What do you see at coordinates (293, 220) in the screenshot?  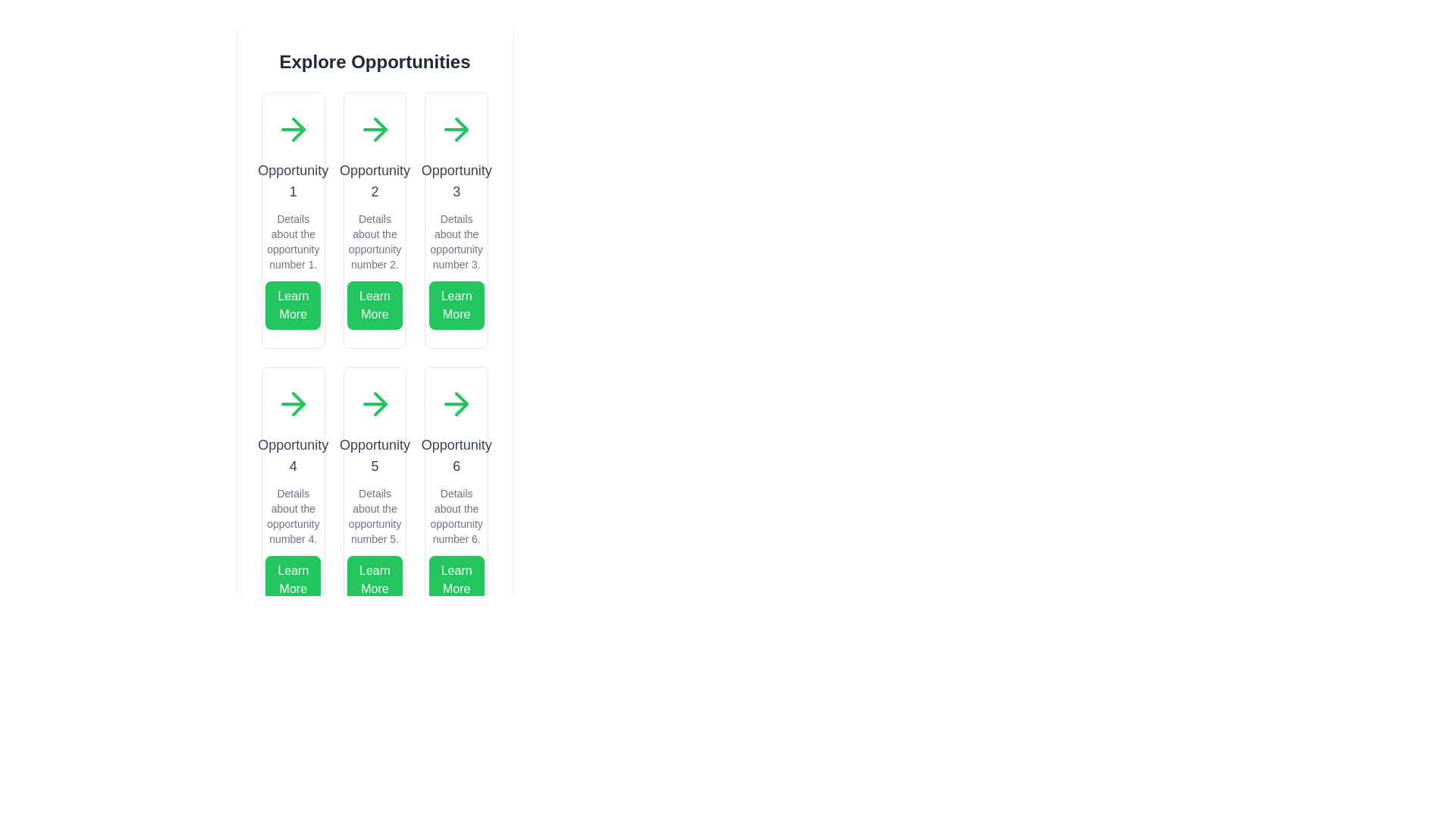 I see `the first opportunity card located at the top-left corner of the grid layout` at bounding box center [293, 220].